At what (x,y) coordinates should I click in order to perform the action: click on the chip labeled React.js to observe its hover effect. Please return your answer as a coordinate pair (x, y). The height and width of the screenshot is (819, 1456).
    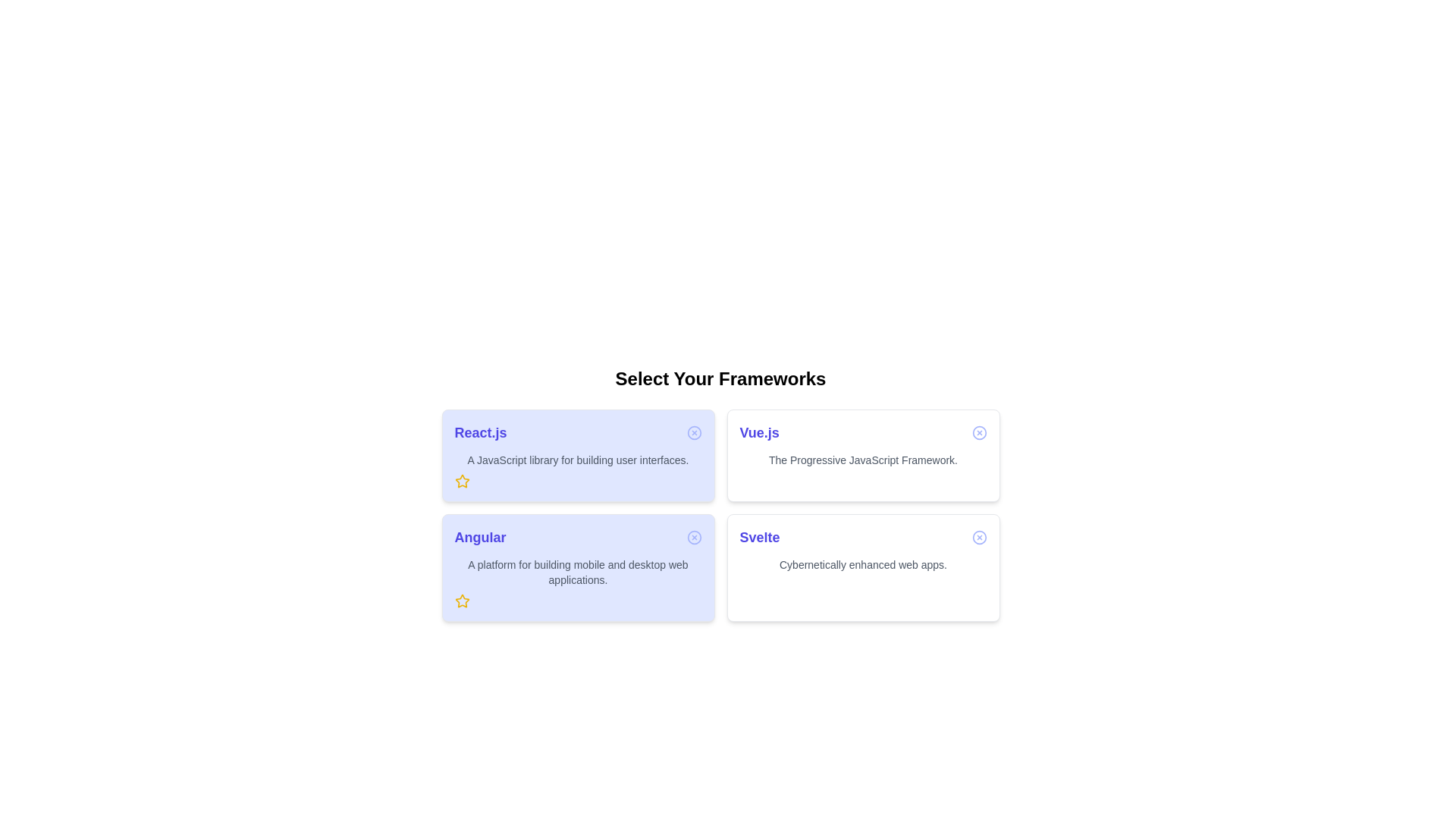
    Looking at the image, I should click on (577, 455).